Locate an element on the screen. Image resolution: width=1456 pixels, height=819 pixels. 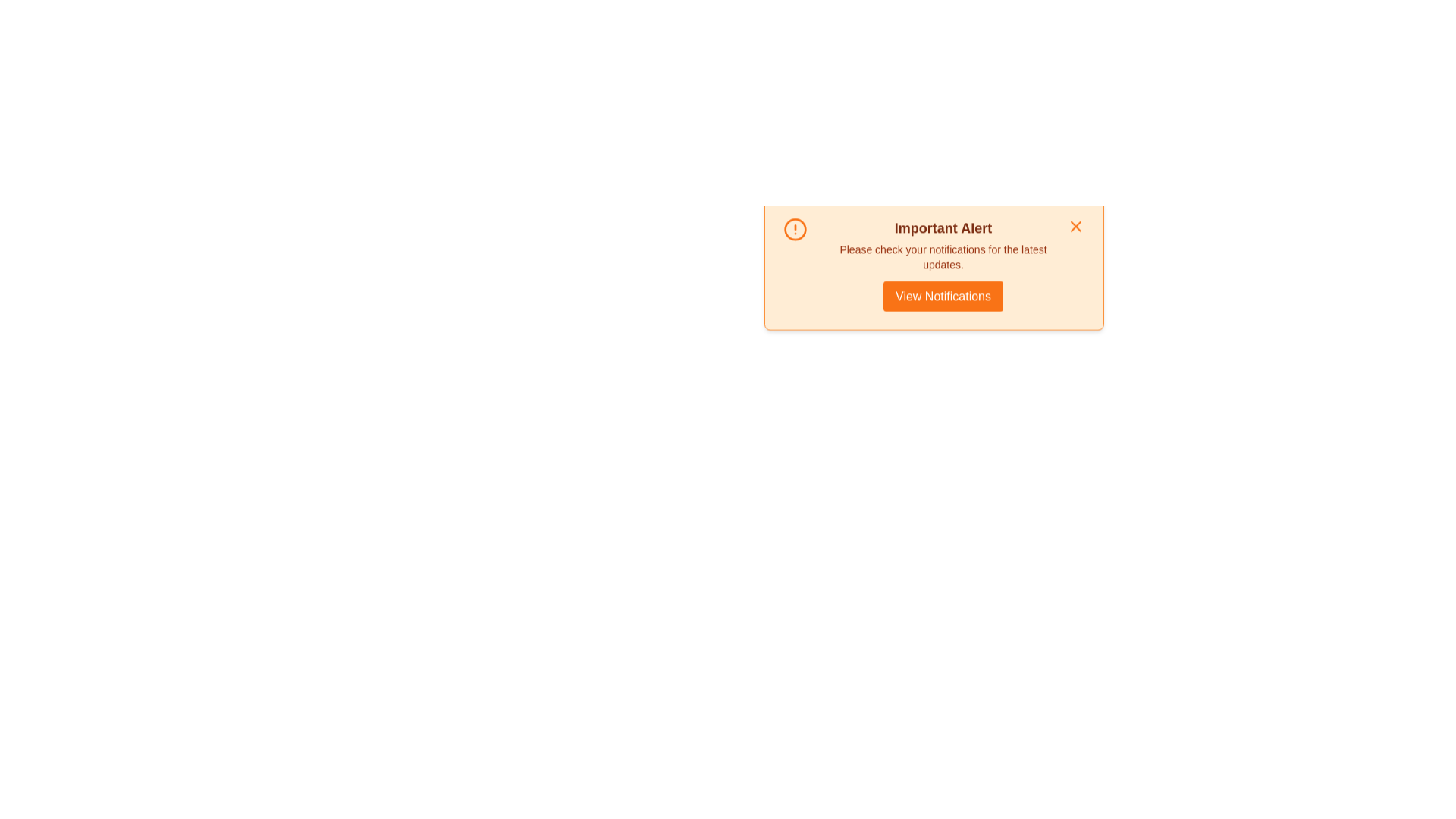
the 'View Notifications' button to navigate to the notifications center is located at coordinates (942, 307).